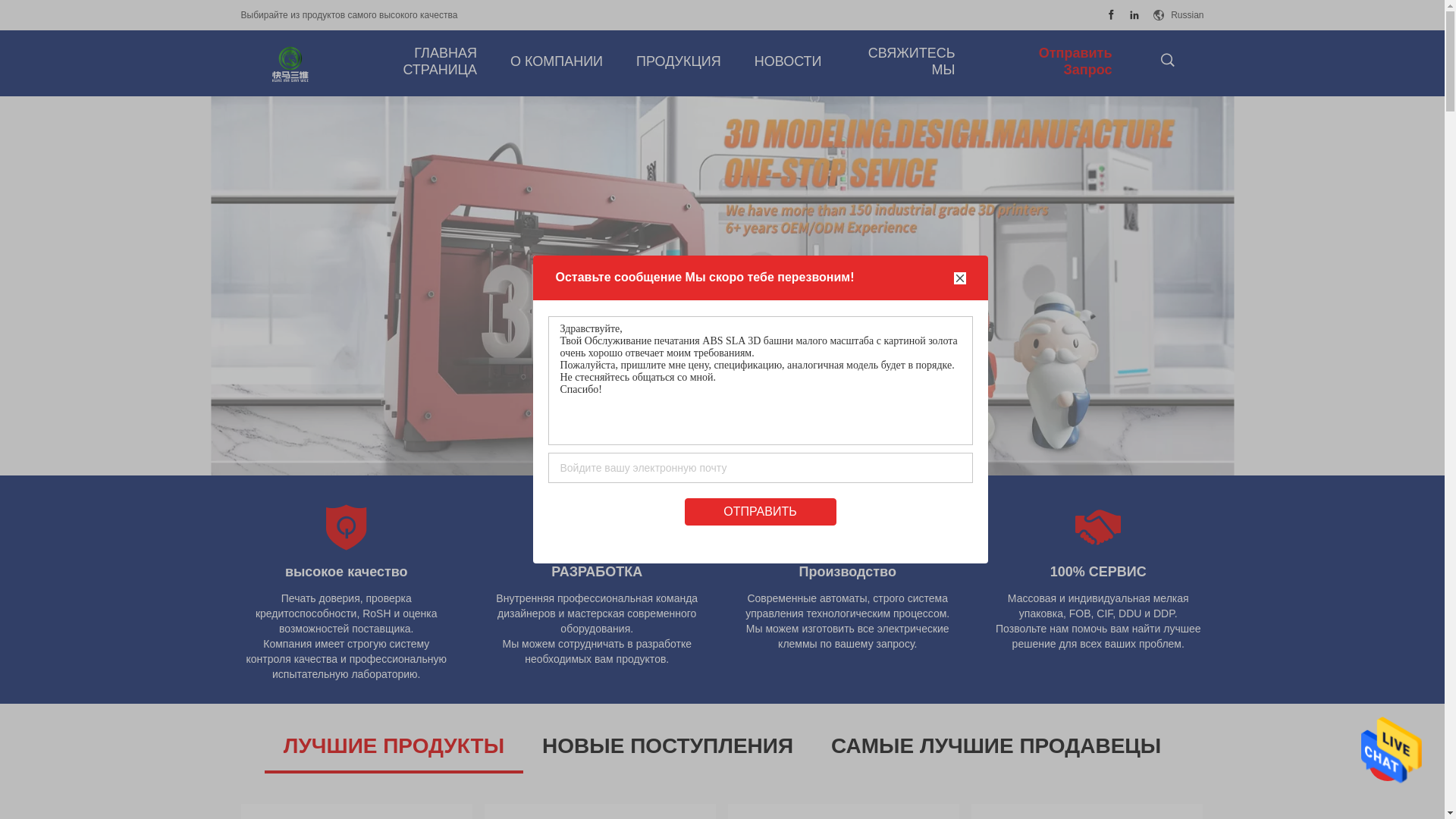 The height and width of the screenshot is (819, 1456). I want to click on 'Guangdong Kuaima Sanwei Technology Co., Ltd.', so click(290, 63).